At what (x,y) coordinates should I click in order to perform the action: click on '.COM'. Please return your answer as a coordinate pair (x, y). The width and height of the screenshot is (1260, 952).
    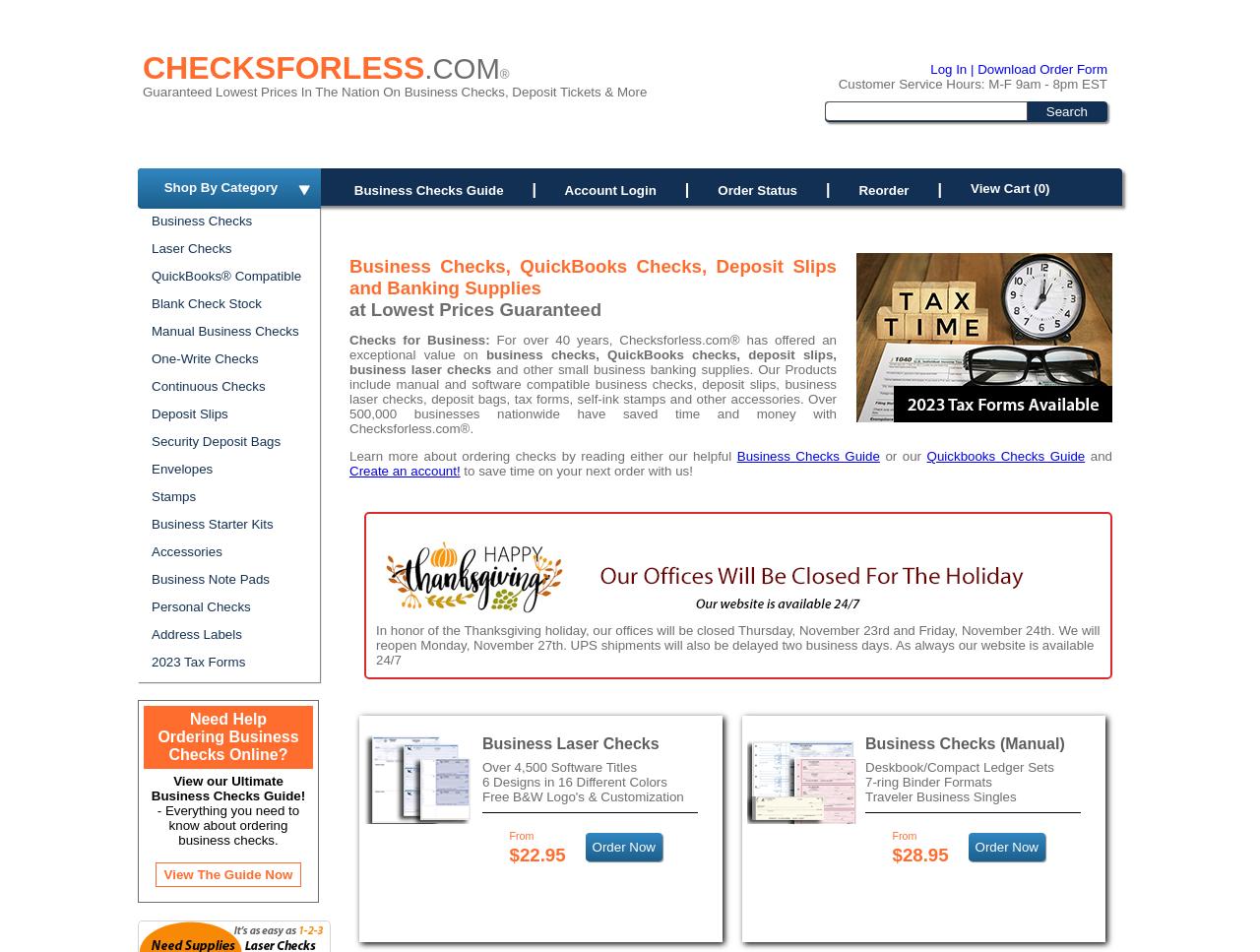
    Looking at the image, I should click on (460, 67).